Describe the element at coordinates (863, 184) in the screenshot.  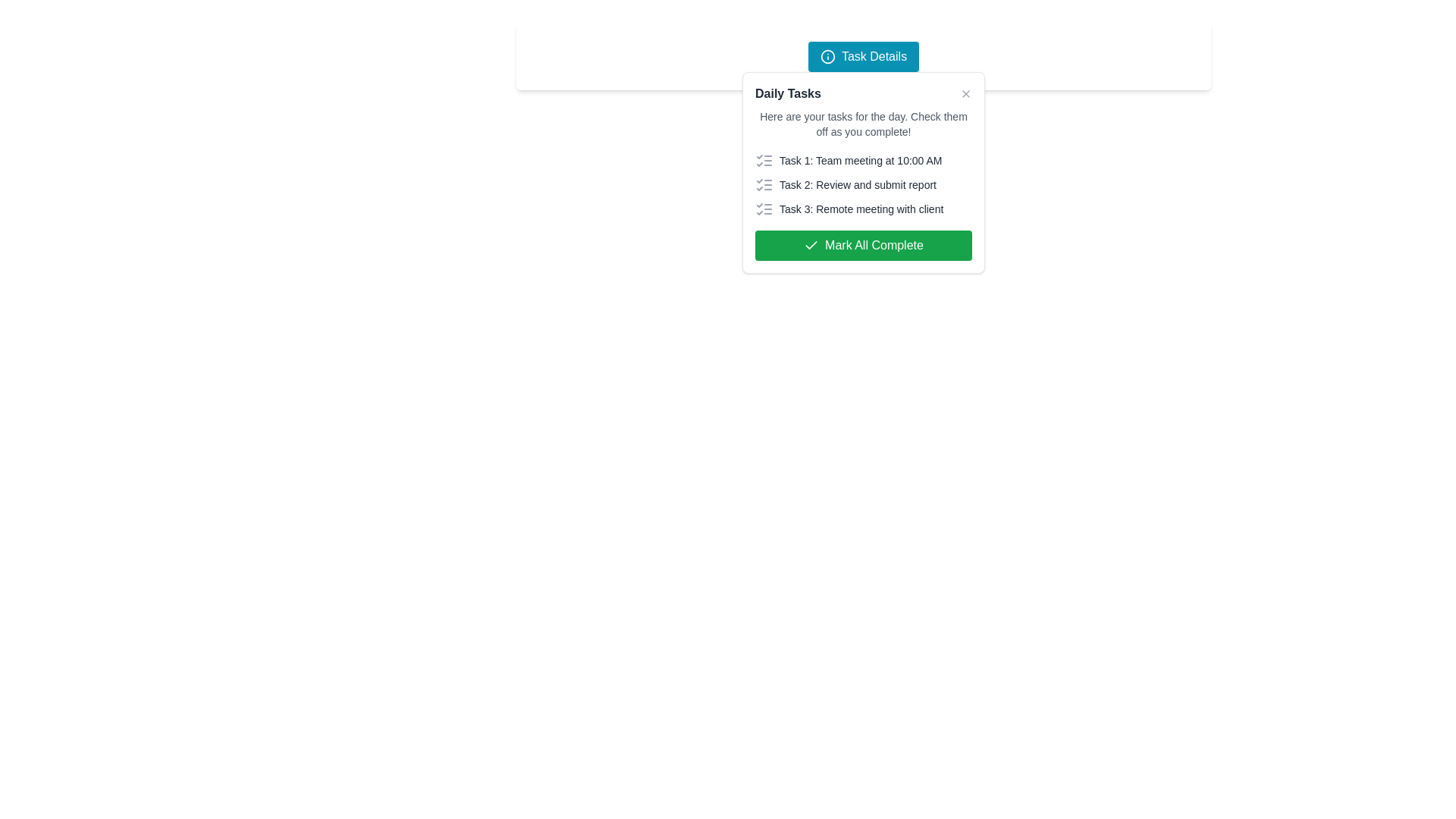
I see `textual content of the tasks displayed in the 'Daily Tasks' list, which is centrally aligned within the card layout` at that location.